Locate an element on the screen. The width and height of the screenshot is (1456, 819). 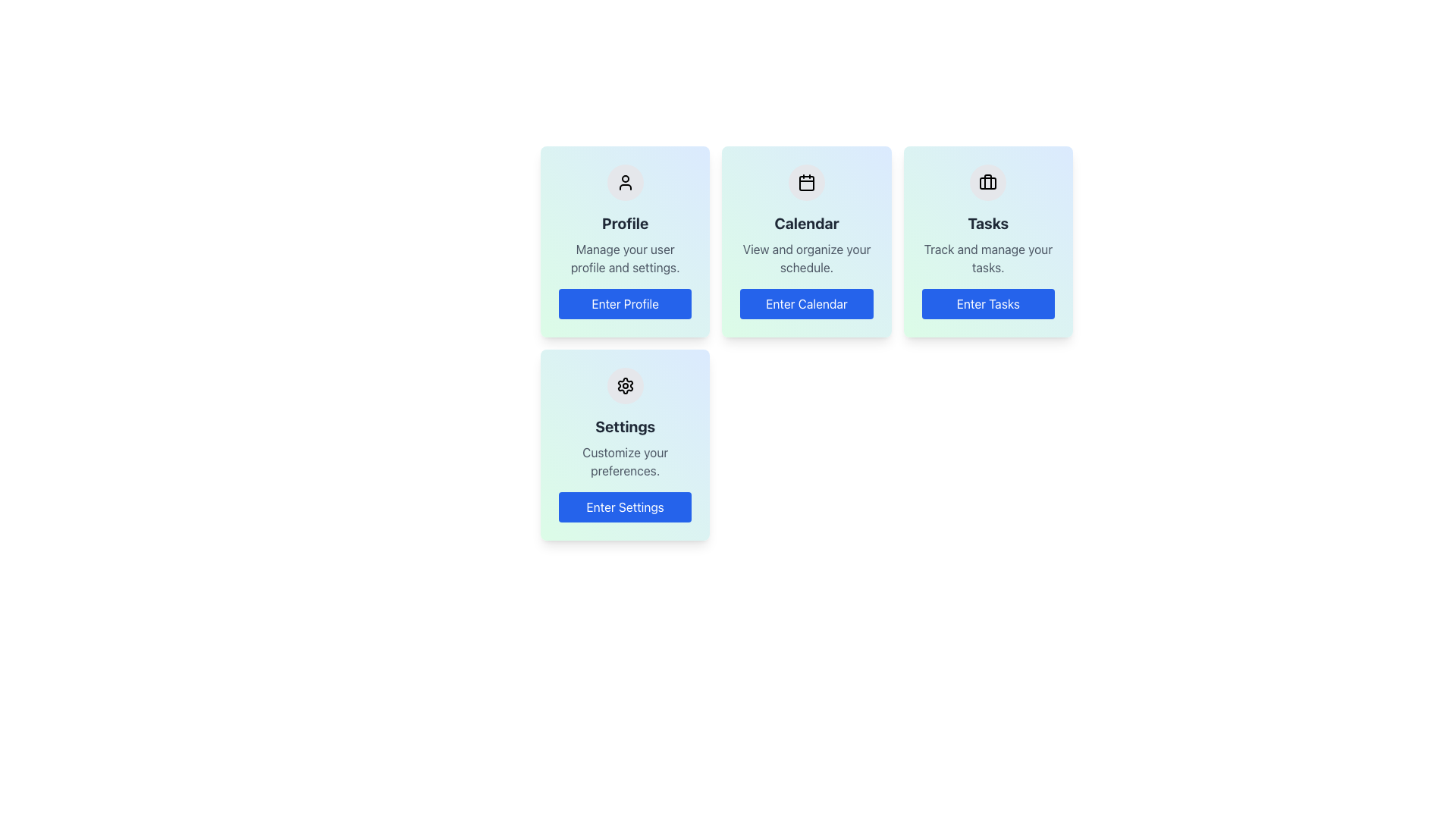
the Profile button located in the lower section of the Profile card to observe the hover effect is located at coordinates (625, 304).